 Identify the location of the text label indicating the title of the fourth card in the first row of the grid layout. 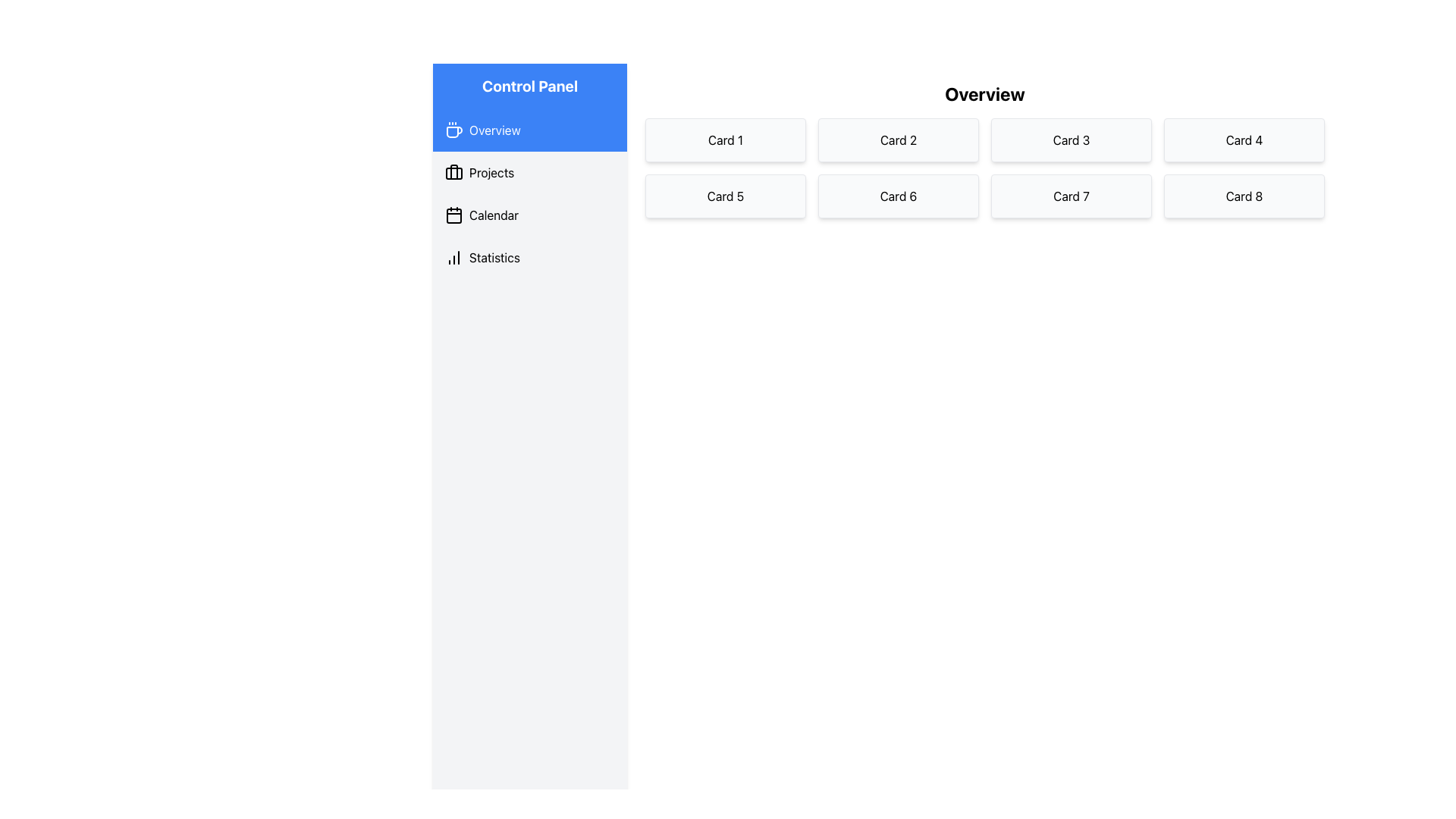
(1244, 140).